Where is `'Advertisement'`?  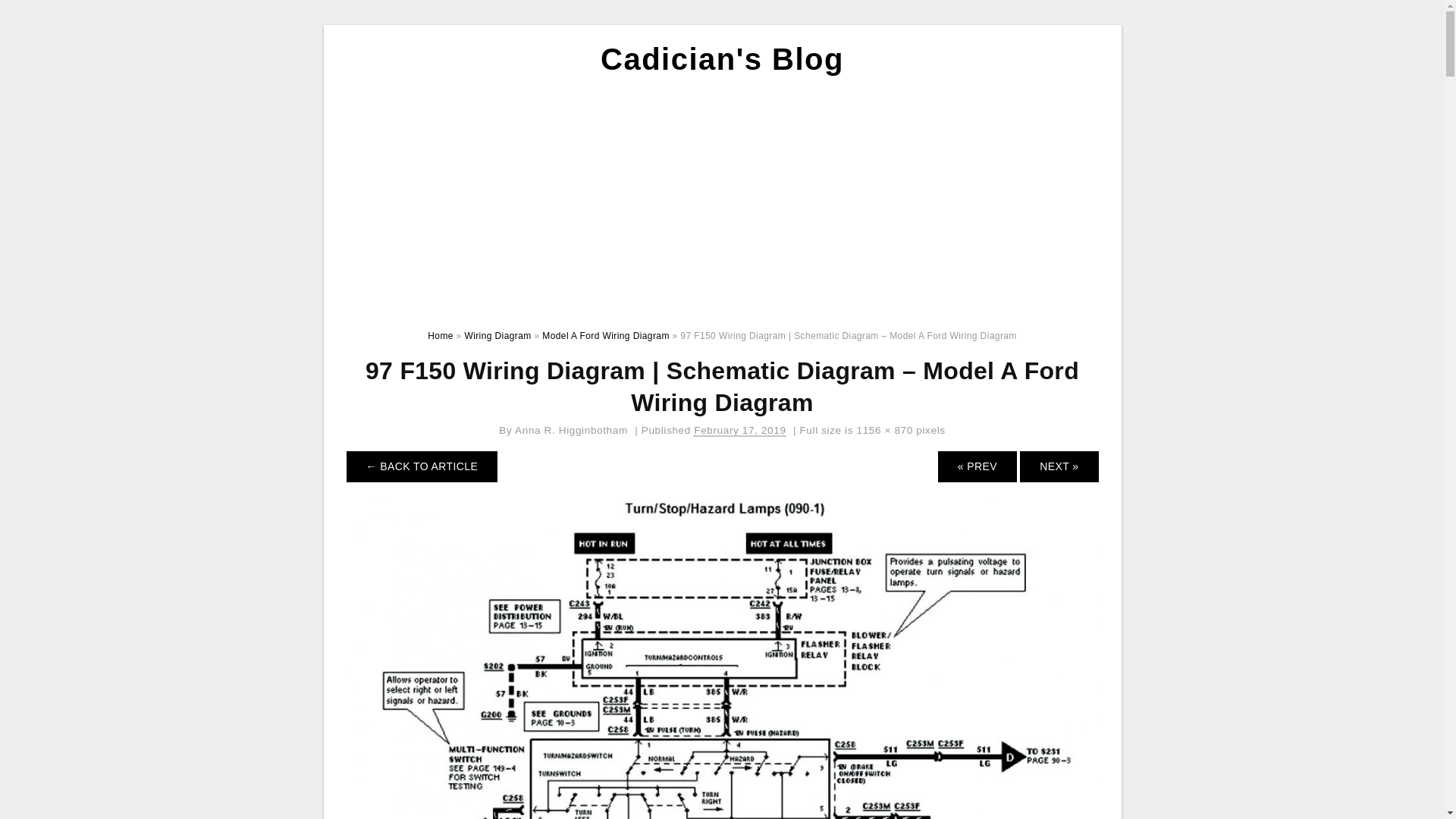
'Advertisement' is located at coordinates (722, 198).